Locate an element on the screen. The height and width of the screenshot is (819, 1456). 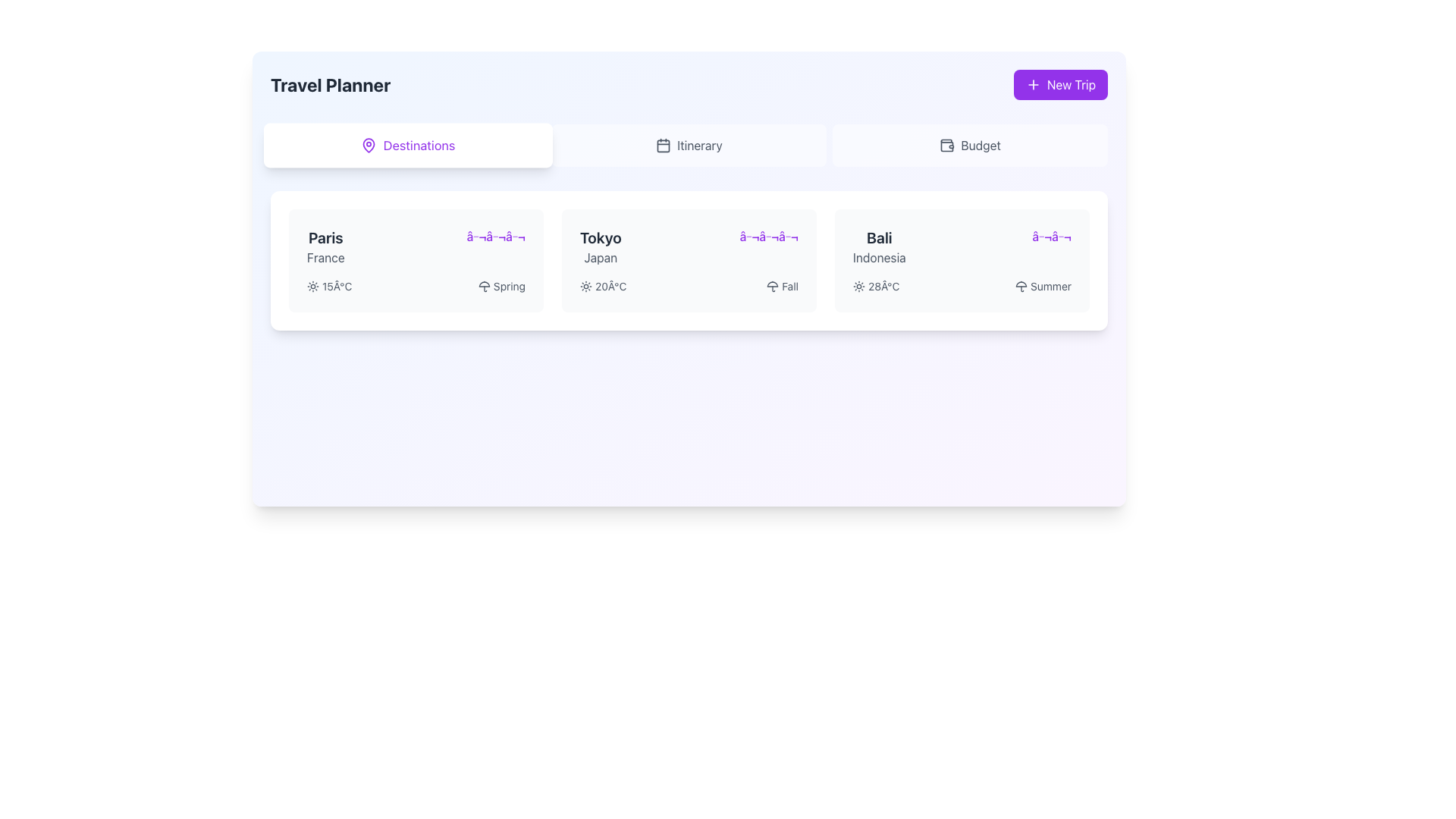
the text label element displaying 'Indonesia' styled in gray, located beneath the bold text 'Bali' in the rightmost card of the 'Destinations' section in the 'Travel Planner' application is located at coordinates (879, 256).